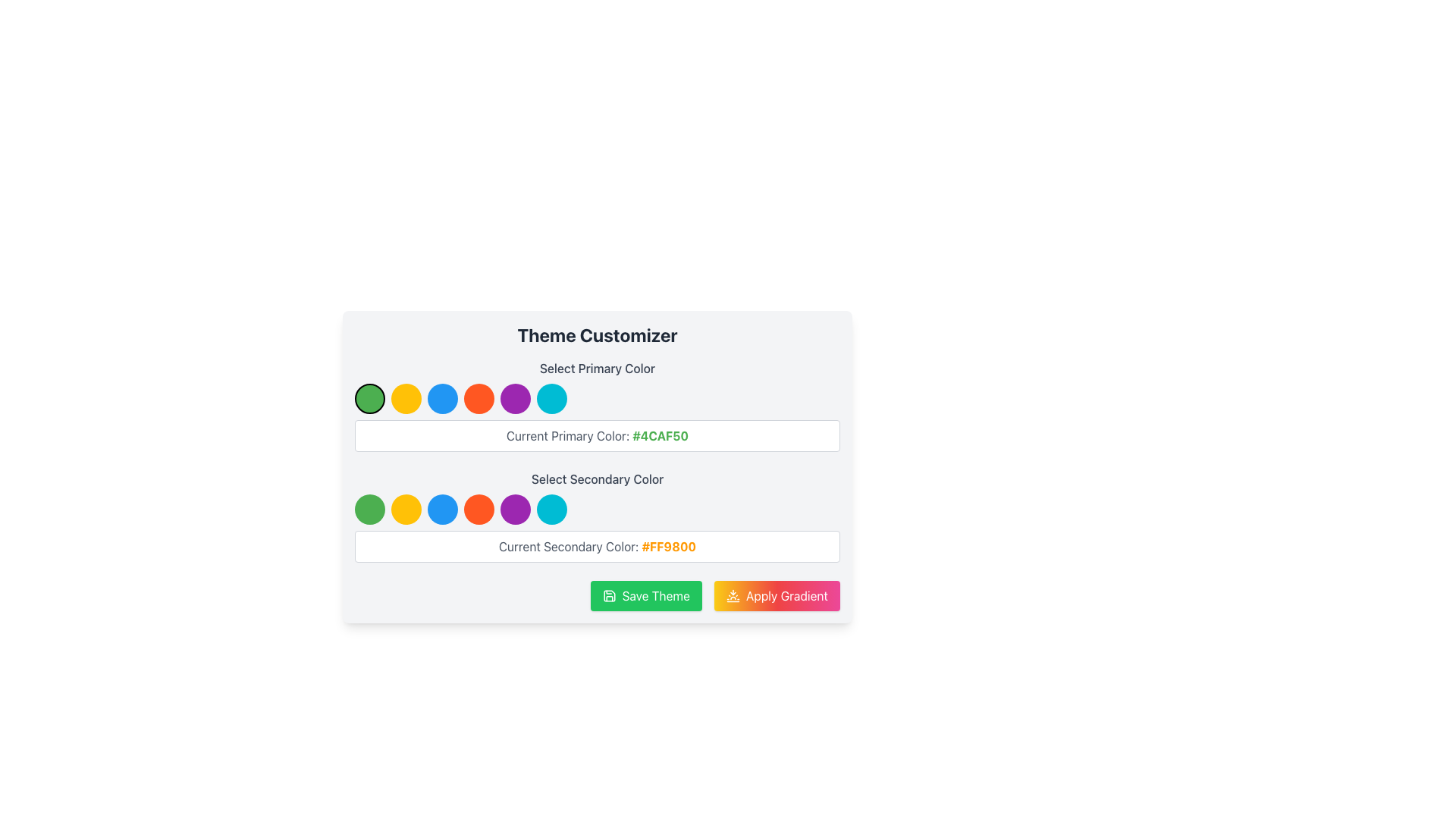  I want to click on the decorative icon located to the left of the 'Apply Gradient' button in the 'Theme Customizer' section, so click(733, 595).